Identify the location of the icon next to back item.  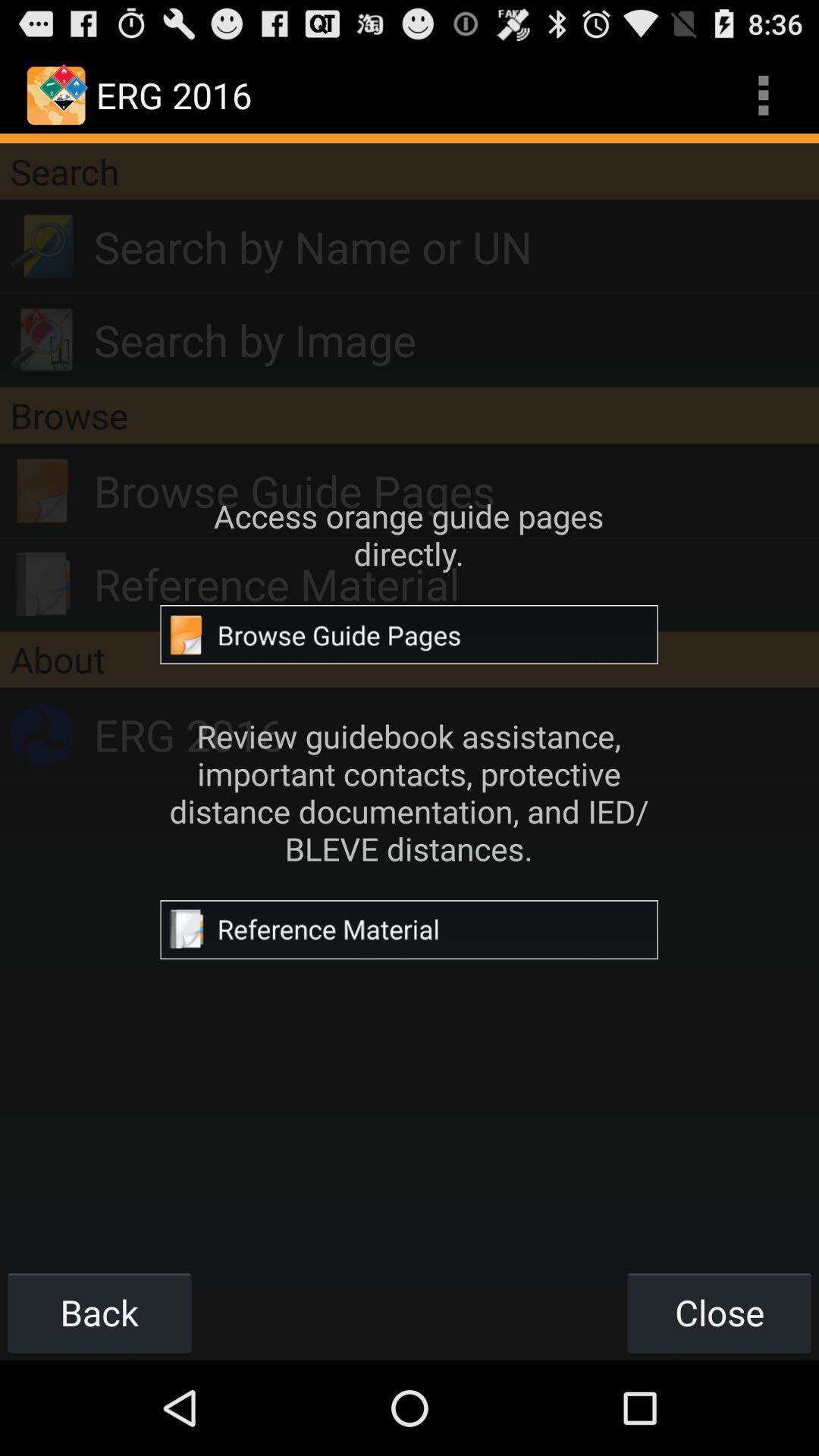
(718, 1312).